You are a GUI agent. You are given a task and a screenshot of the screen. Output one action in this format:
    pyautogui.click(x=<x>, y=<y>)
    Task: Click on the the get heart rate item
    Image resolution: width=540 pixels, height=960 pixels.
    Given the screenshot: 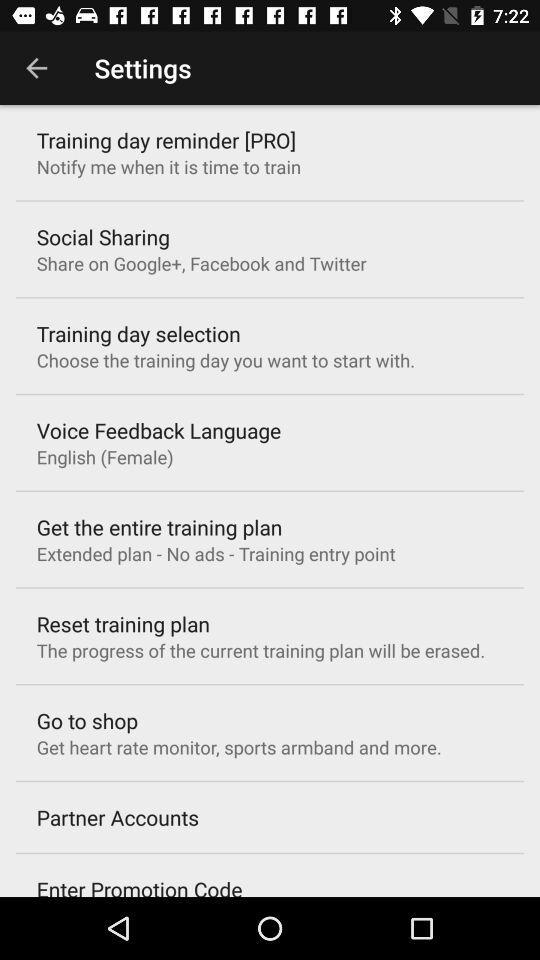 What is the action you would take?
    pyautogui.click(x=239, y=746)
    